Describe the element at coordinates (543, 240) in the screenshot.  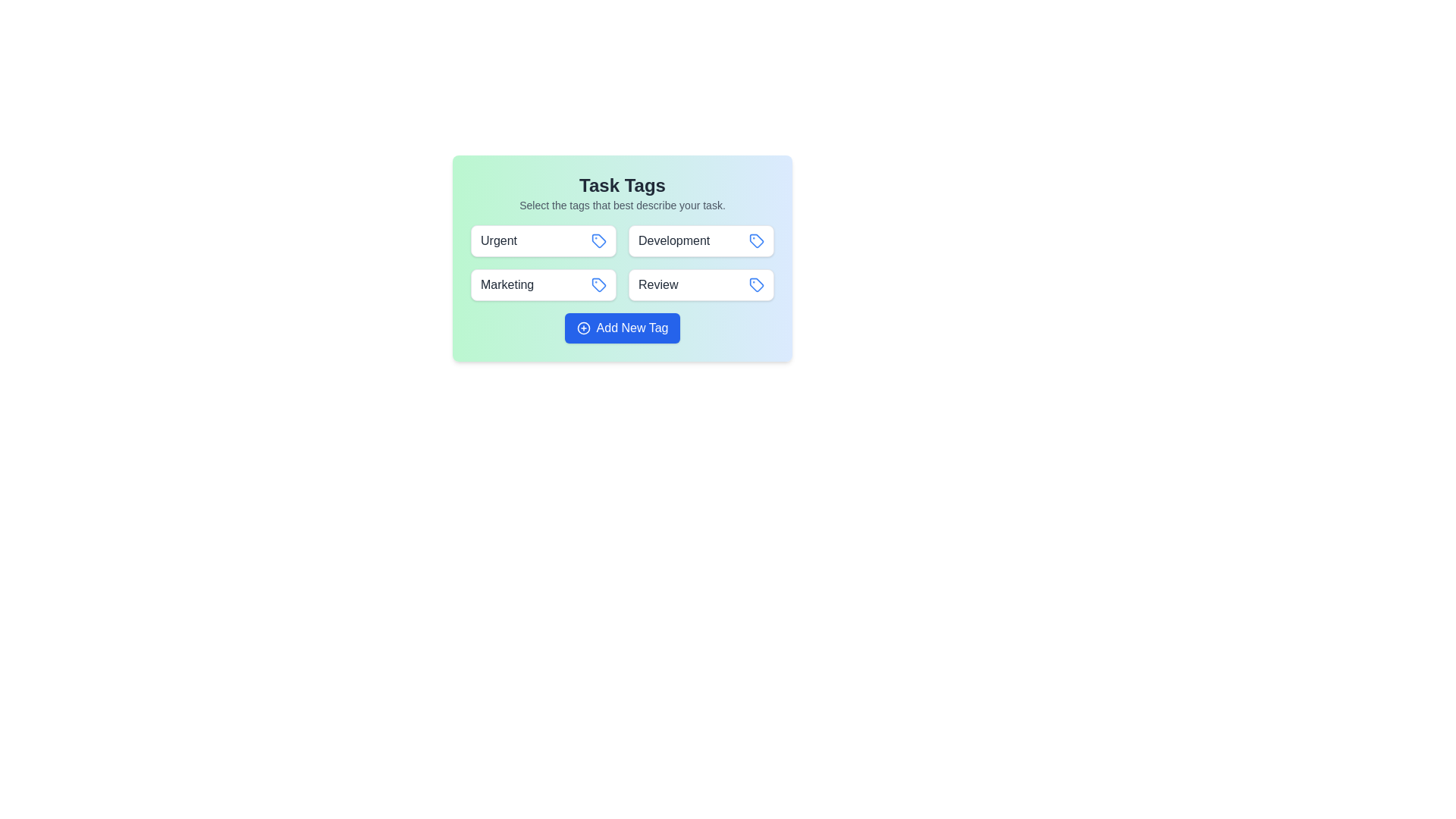
I see `the tag labeled Urgent` at that location.